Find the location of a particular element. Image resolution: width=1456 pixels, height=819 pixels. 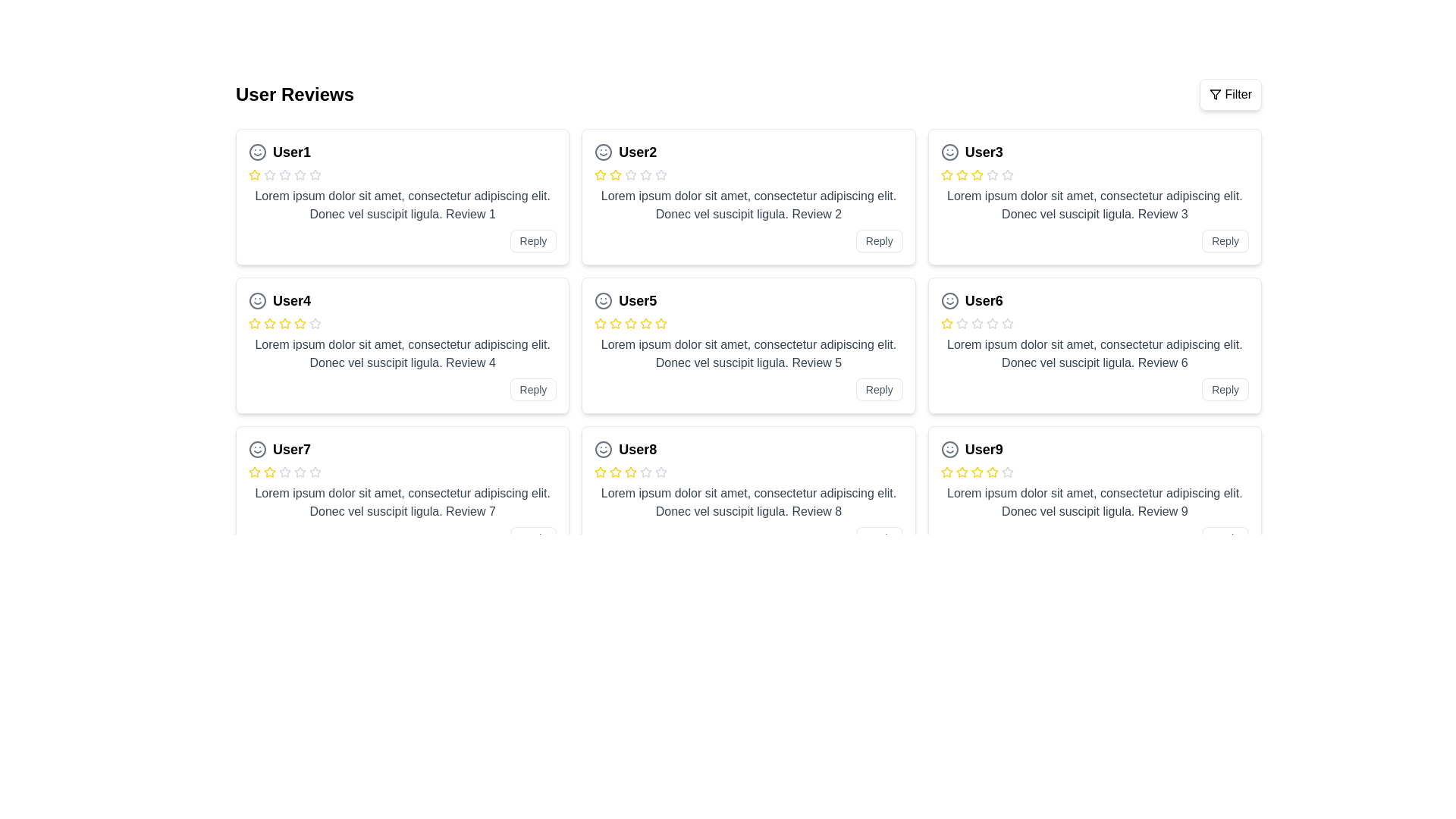

the gray text paragraph containing a review description associated with User6, located in the lower middle section of the User6 card is located at coordinates (1094, 353).